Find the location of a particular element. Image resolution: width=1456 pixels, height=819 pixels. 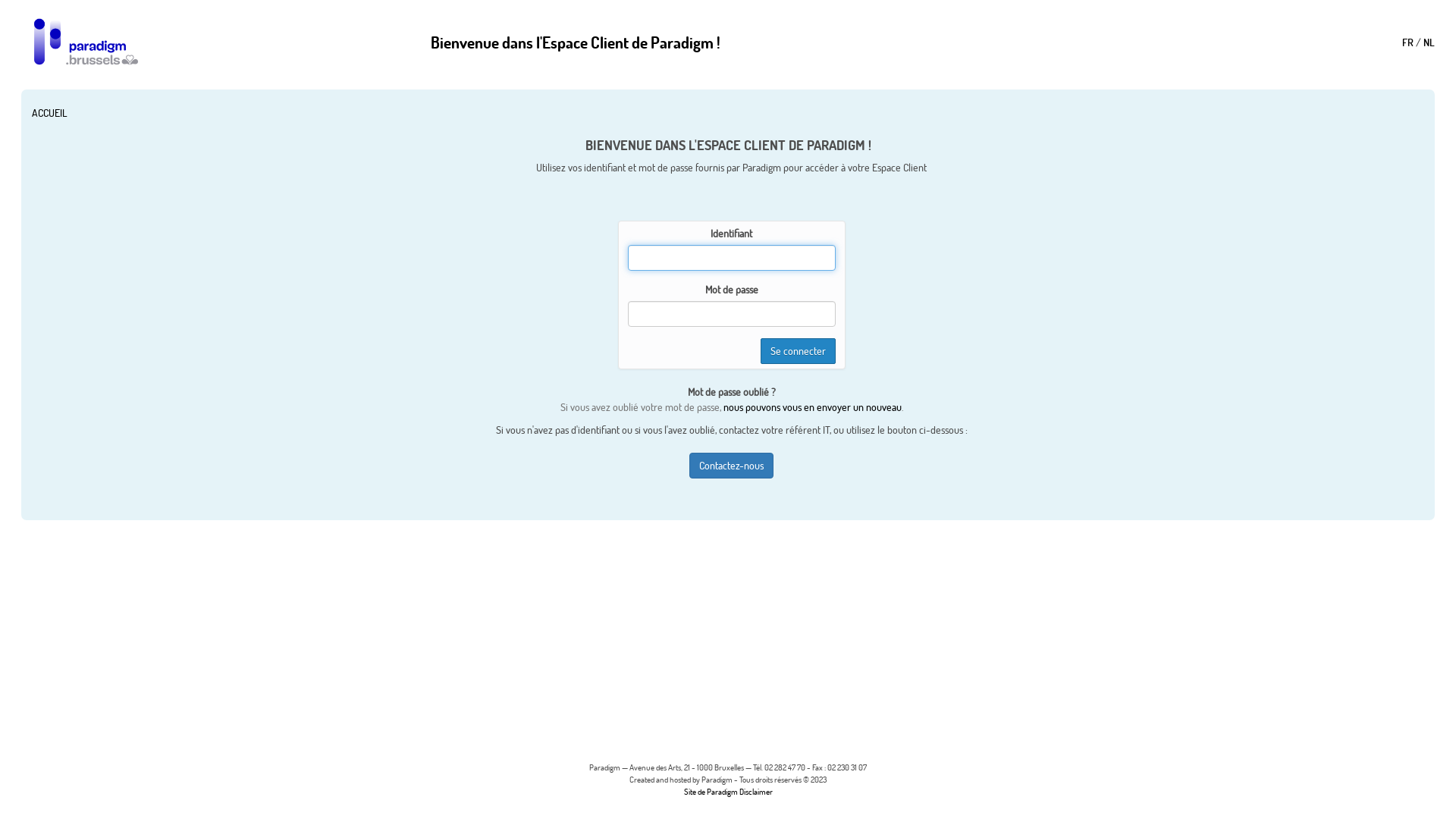

'ACCUEIL' is located at coordinates (49, 112).